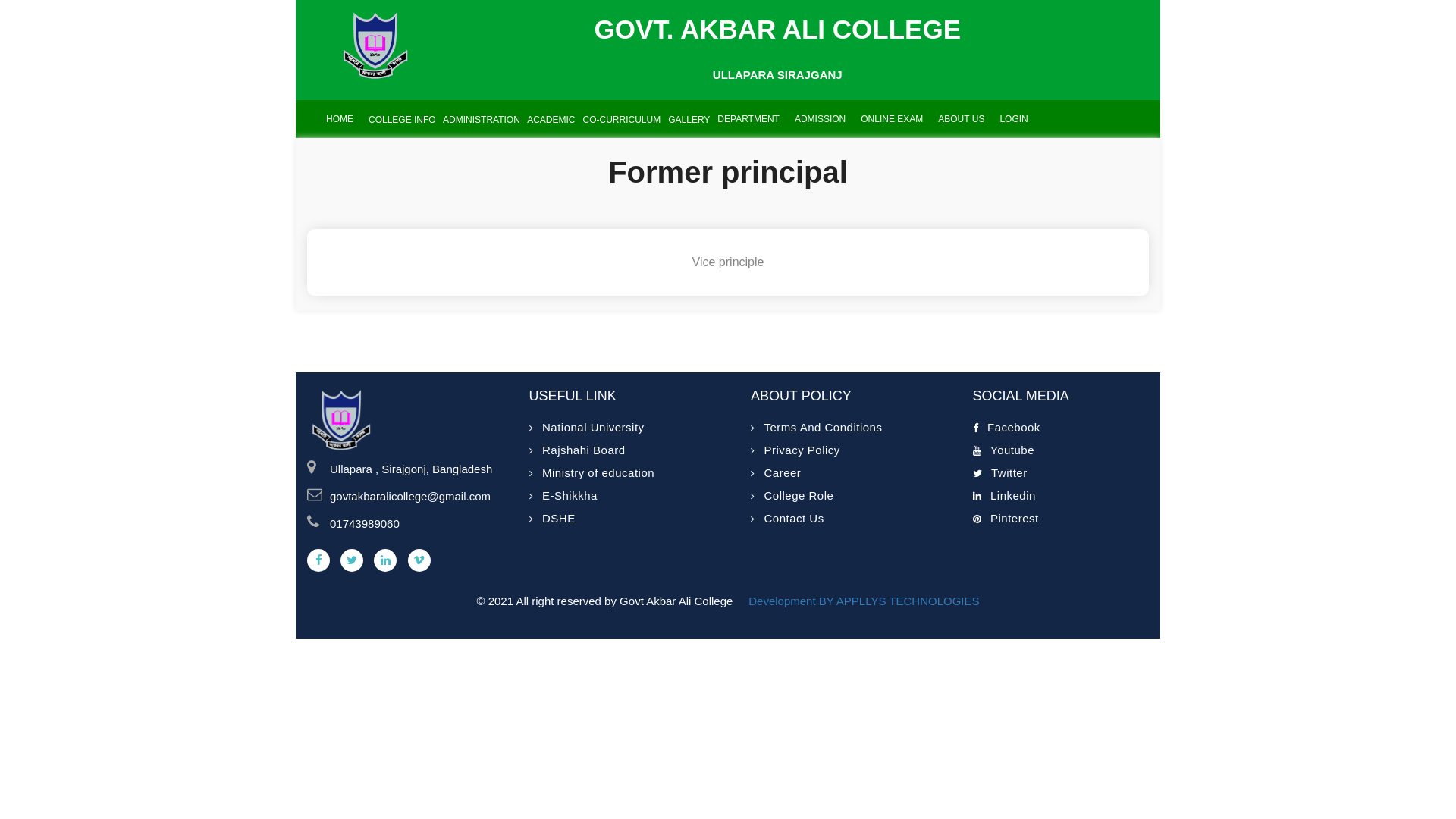 Image resolution: width=1456 pixels, height=819 pixels. What do you see at coordinates (551, 517) in the screenshot?
I see `'DSHE'` at bounding box center [551, 517].